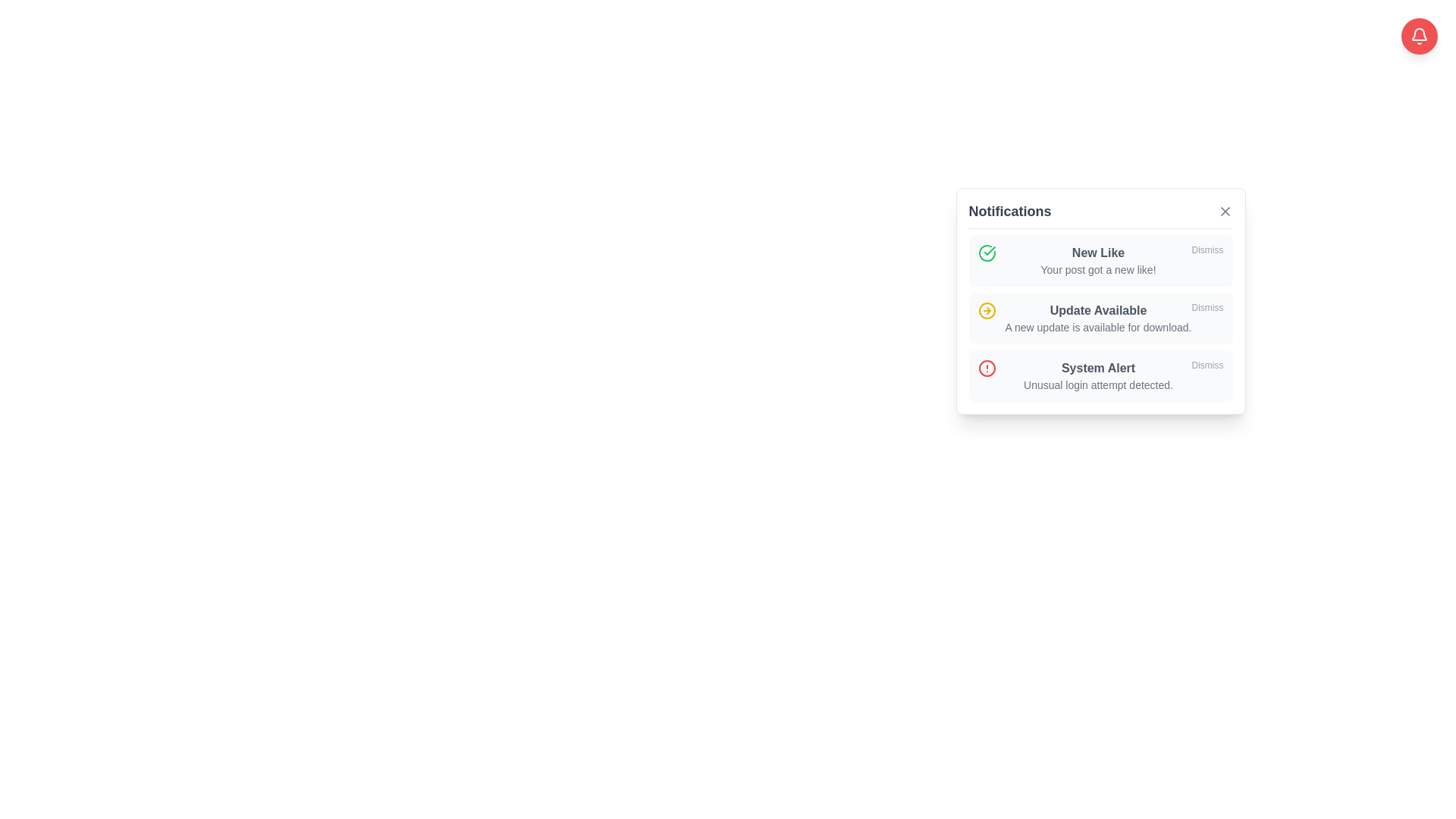 This screenshot has width=1456, height=819. I want to click on the small, diagonal cross-shaped icon styled with thin gray lines in the upper-right corner of the notification panel, so click(1225, 211).